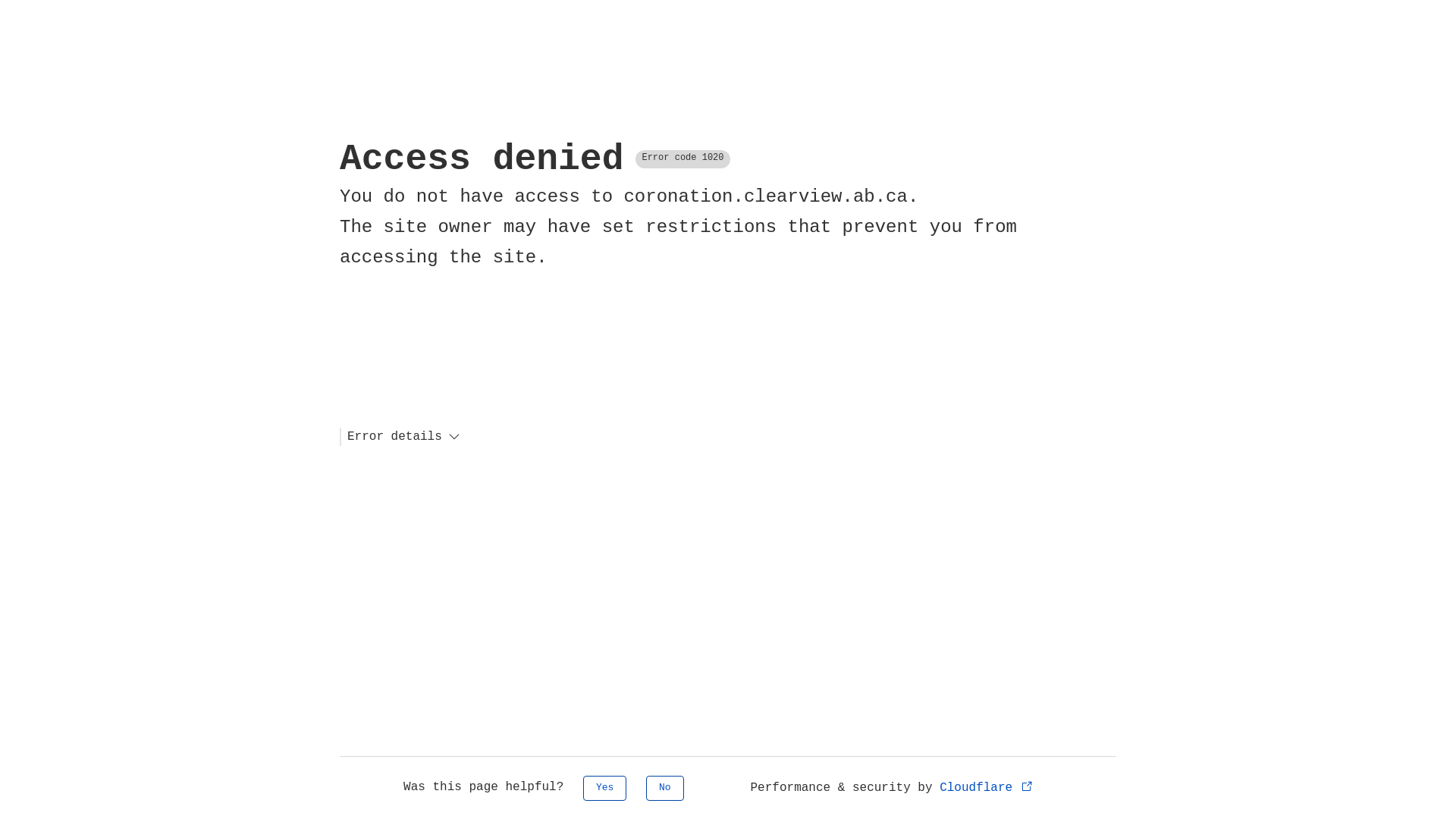 Image resolution: width=1456 pixels, height=819 pixels. What do you see at coordinates (1022, 785) in the screenshot?
I see `'Opens in new tab'` at bounding box center [1022, 785].